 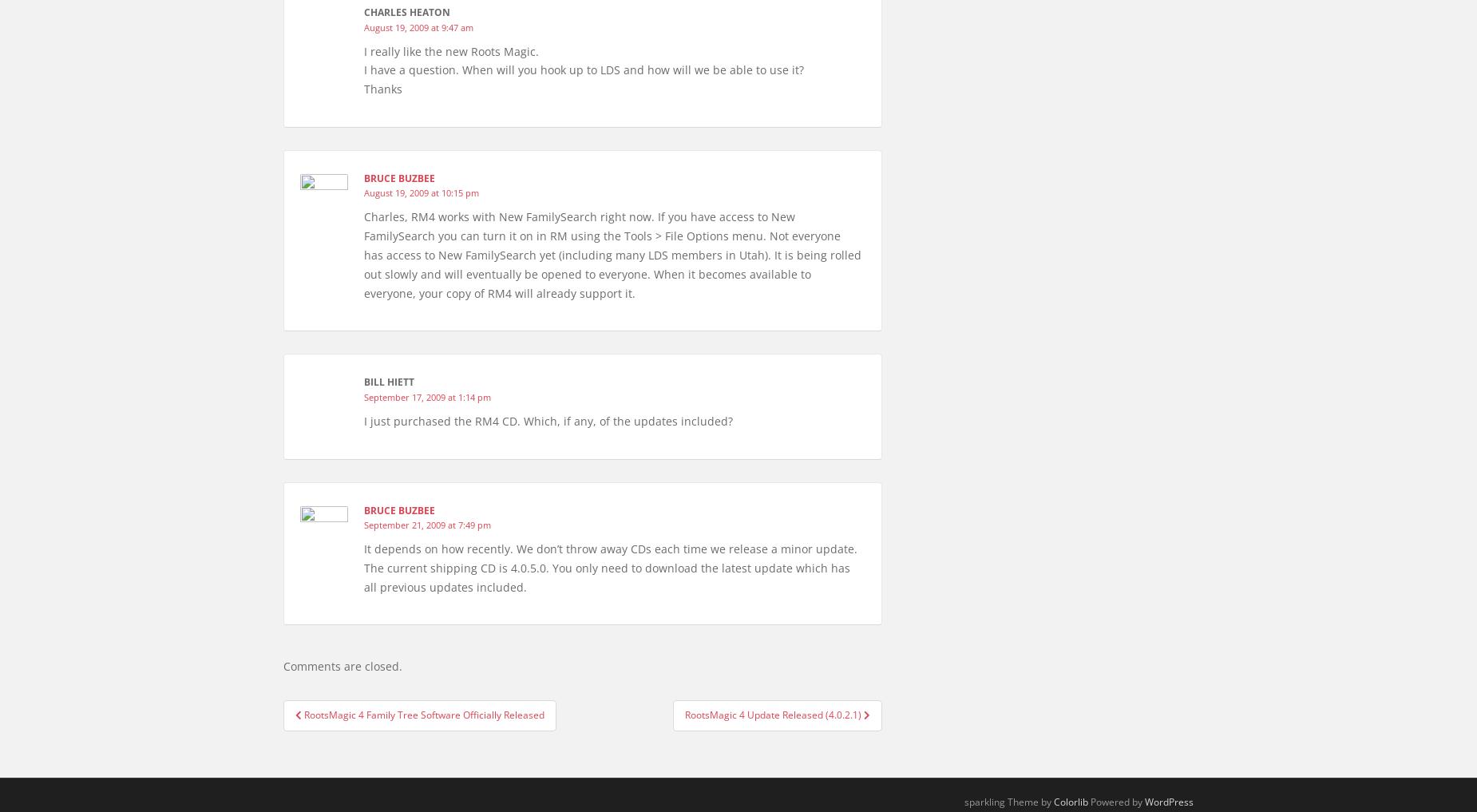 I want to click on 'Thanks', so click(x=383, y=89).